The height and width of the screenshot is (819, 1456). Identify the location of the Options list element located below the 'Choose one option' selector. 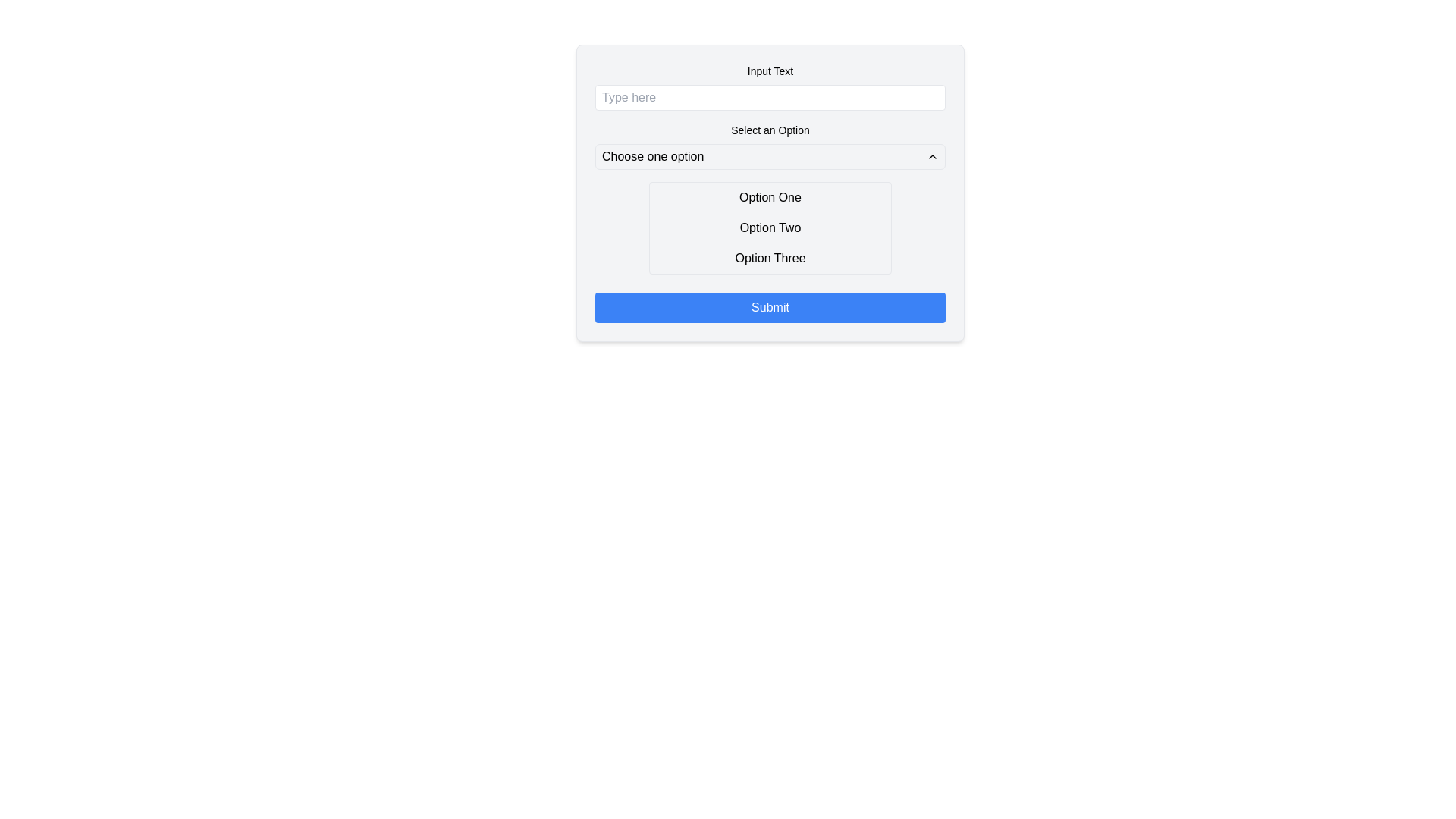
(770, 227).